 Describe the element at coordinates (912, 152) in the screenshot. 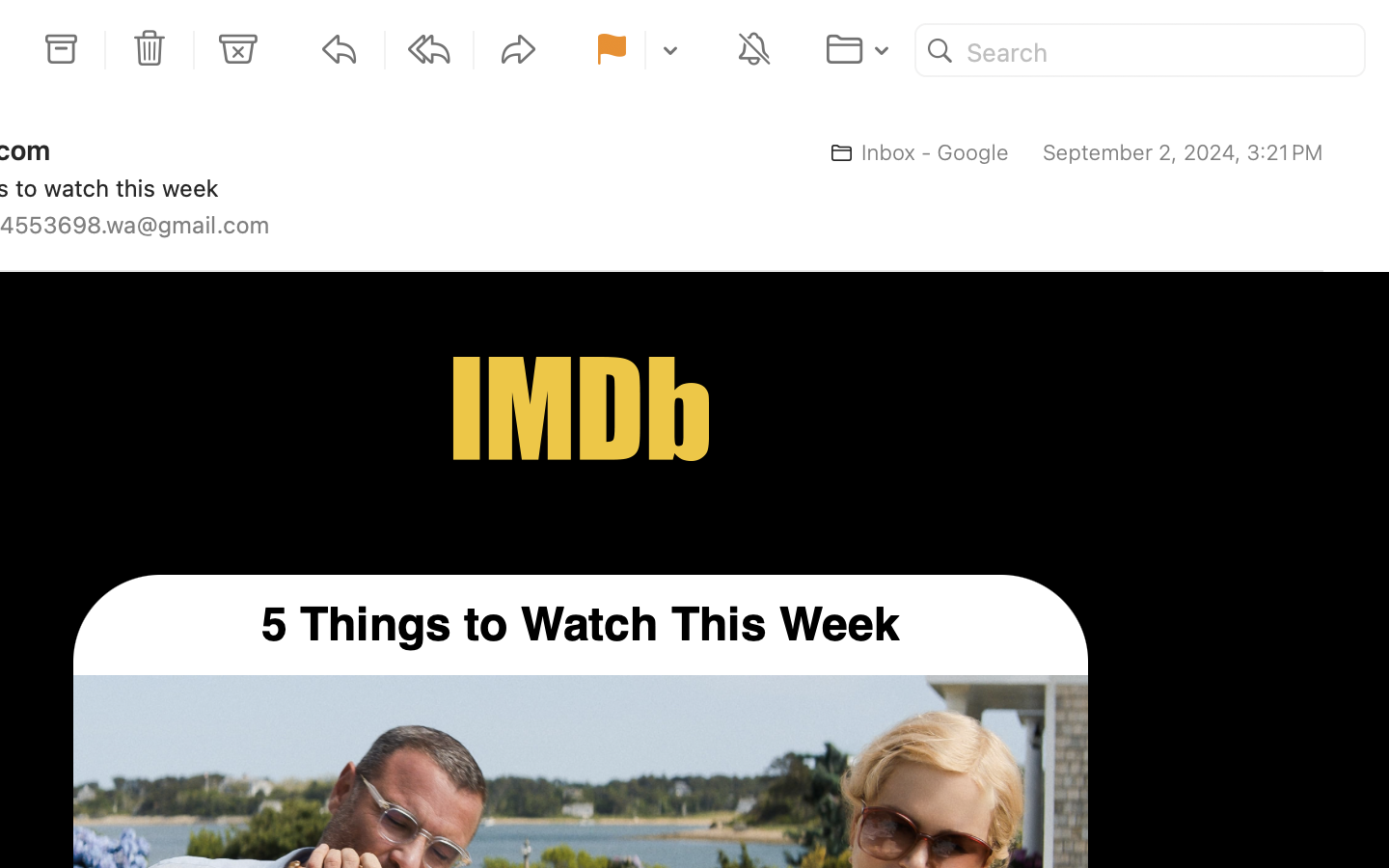

I see `'￼Inbox - Google'` at that location.